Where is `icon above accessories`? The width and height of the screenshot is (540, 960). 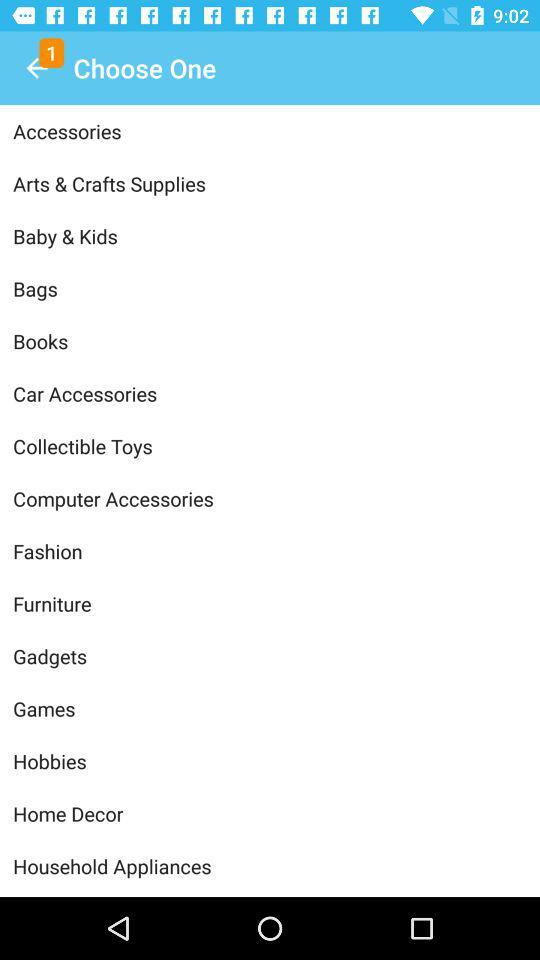
icon above accessories is located at coordinates (36, 68).